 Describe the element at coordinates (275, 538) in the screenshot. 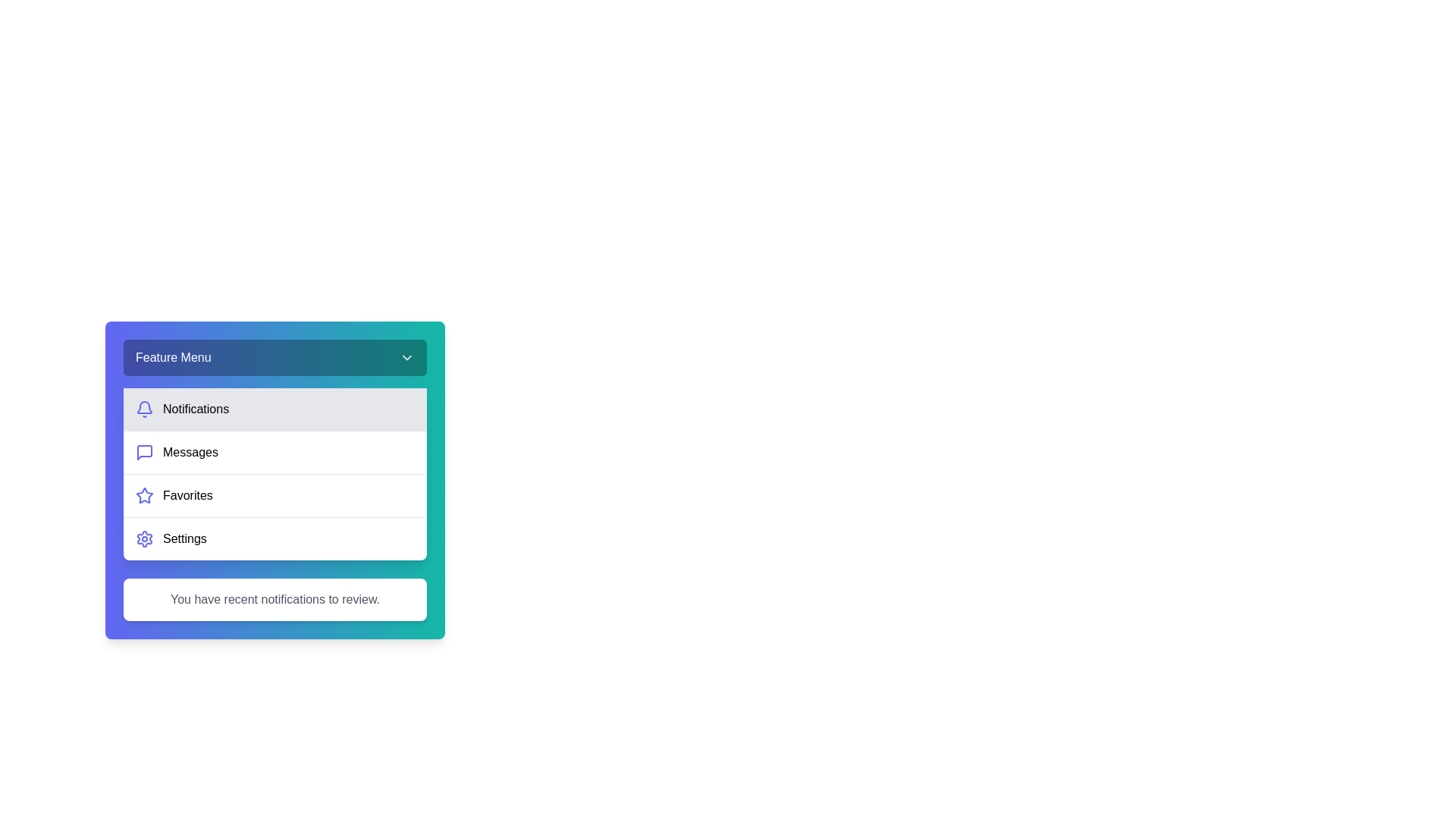

I see `the last Button-like menu item in the vertical list of options` at that location.